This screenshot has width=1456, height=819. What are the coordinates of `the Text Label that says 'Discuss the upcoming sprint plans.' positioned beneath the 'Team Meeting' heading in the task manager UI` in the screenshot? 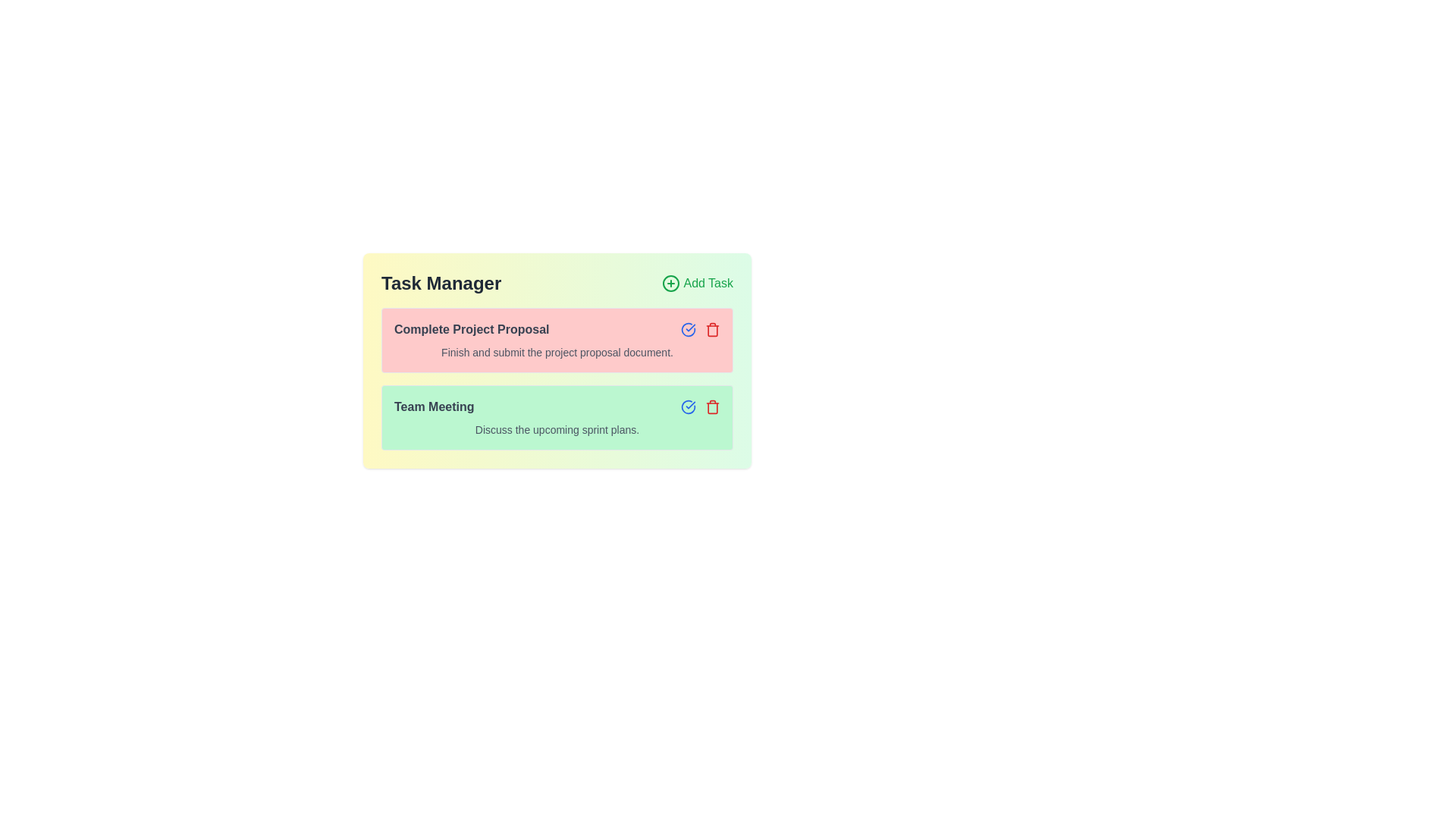 It's located at (556, 430).